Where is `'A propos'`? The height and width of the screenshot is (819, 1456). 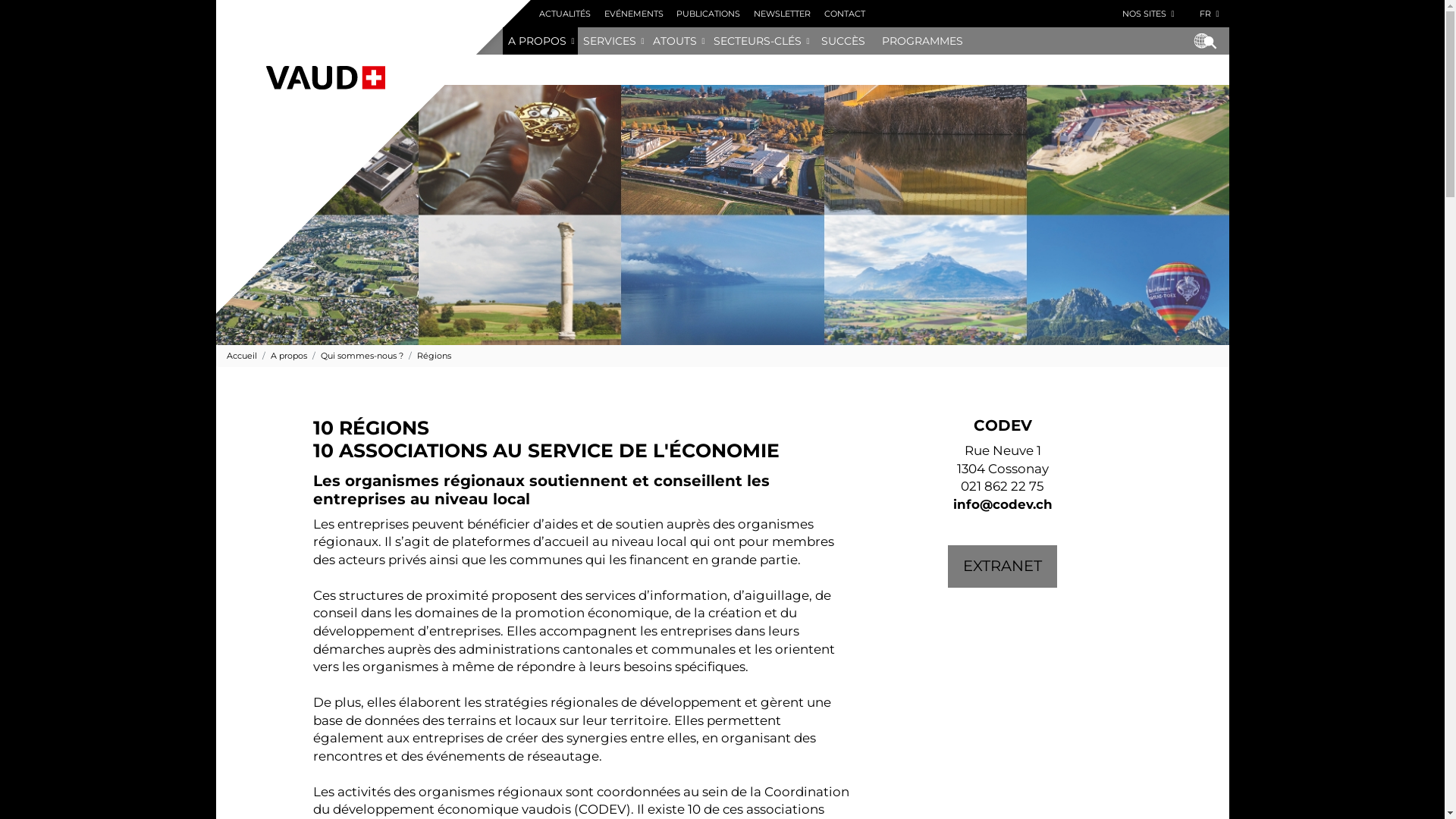 'A propos' is located at coordinates (281, 356).